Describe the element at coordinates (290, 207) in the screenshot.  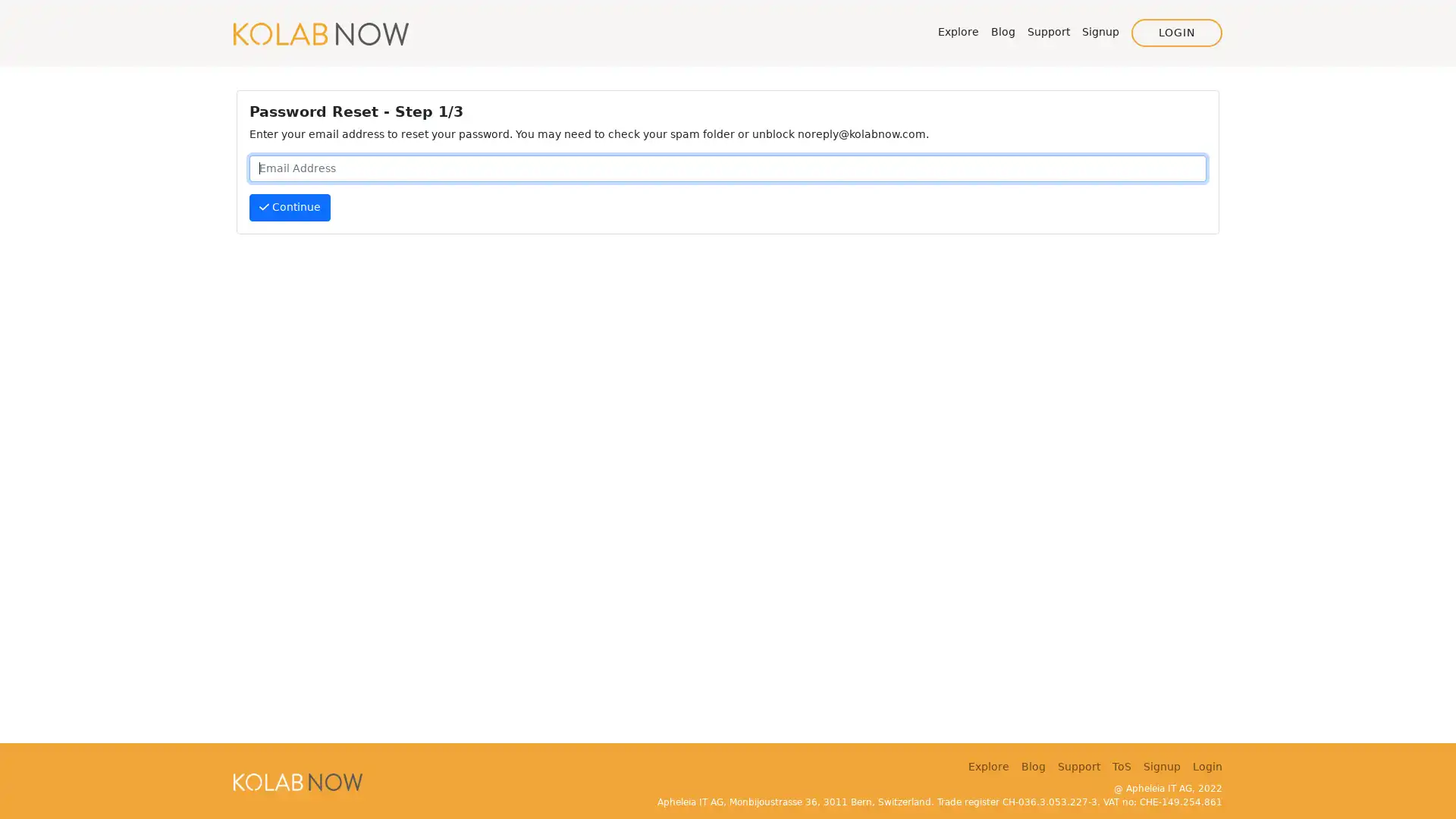
I see `Continue` at that location.